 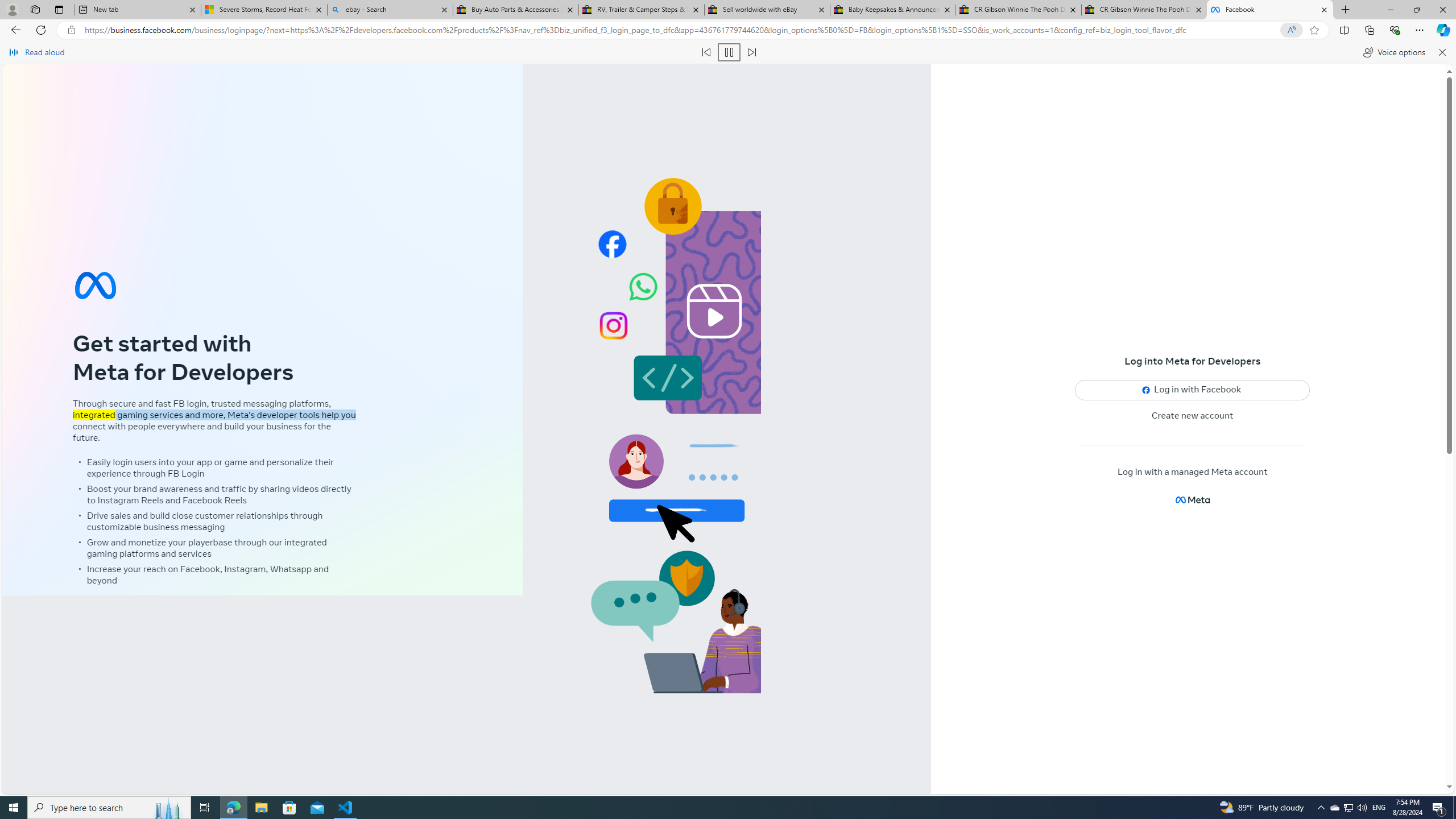 What do you see at coordinates (1192, 472) in the screenshot?
I see `'Log in with a managed Meta account'` at bounding box center [1192, 472].